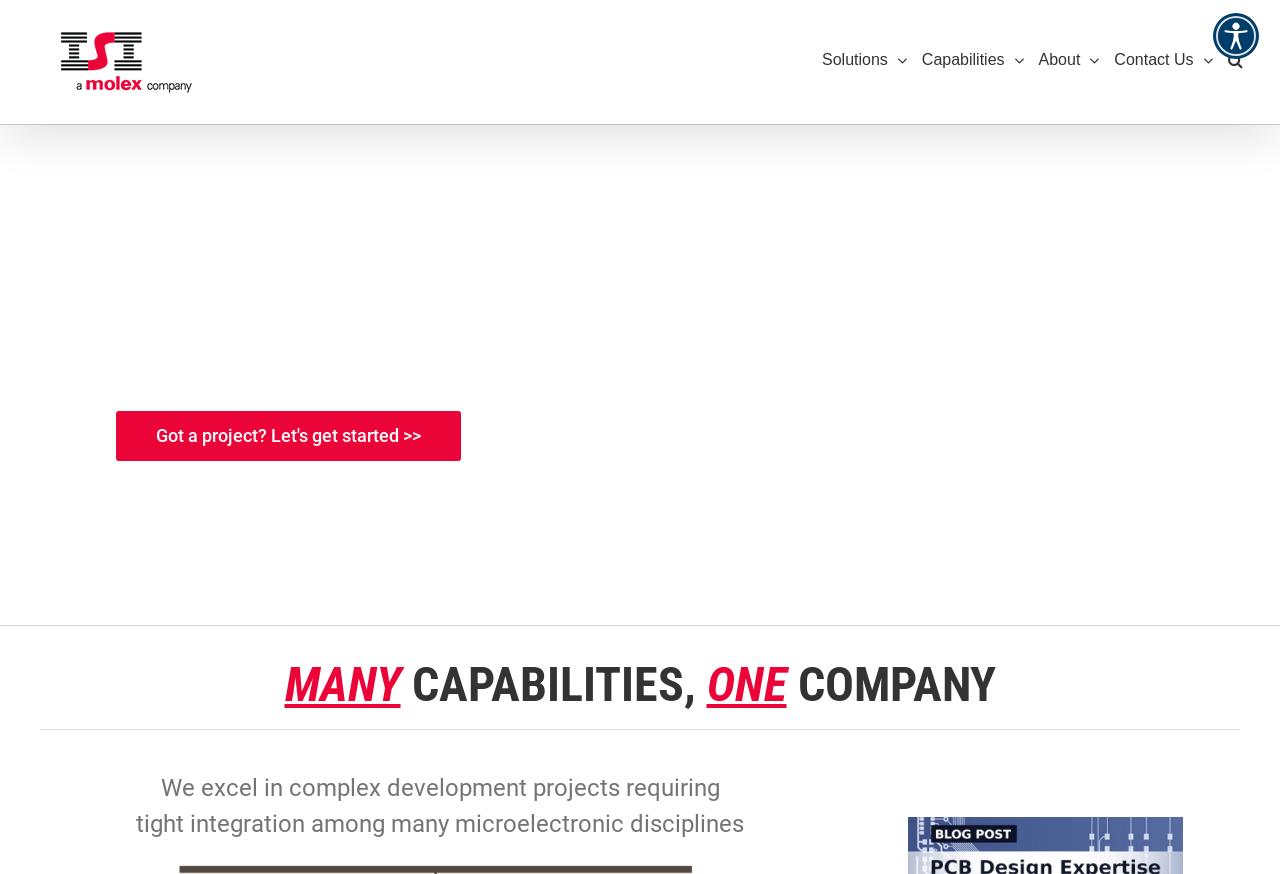  I want to click on 'CAPABILITIES,', so click(558, 684).